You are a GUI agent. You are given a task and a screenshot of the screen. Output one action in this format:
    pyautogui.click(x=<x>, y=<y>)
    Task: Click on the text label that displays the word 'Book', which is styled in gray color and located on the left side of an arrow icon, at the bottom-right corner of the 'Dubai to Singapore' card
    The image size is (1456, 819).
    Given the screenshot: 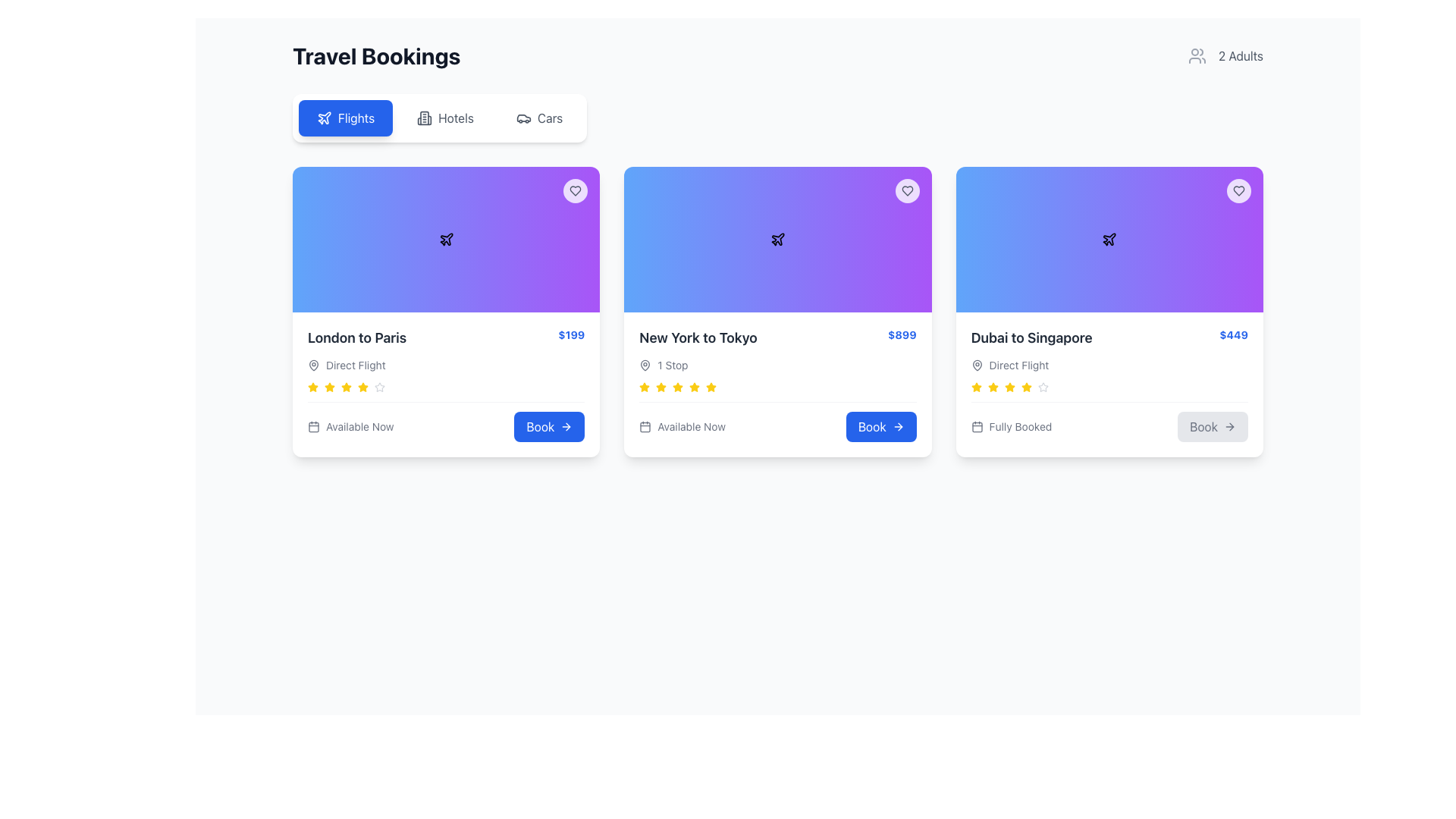 What is the action you would take?
    pyautogui.click(x=1203, y=427)
    